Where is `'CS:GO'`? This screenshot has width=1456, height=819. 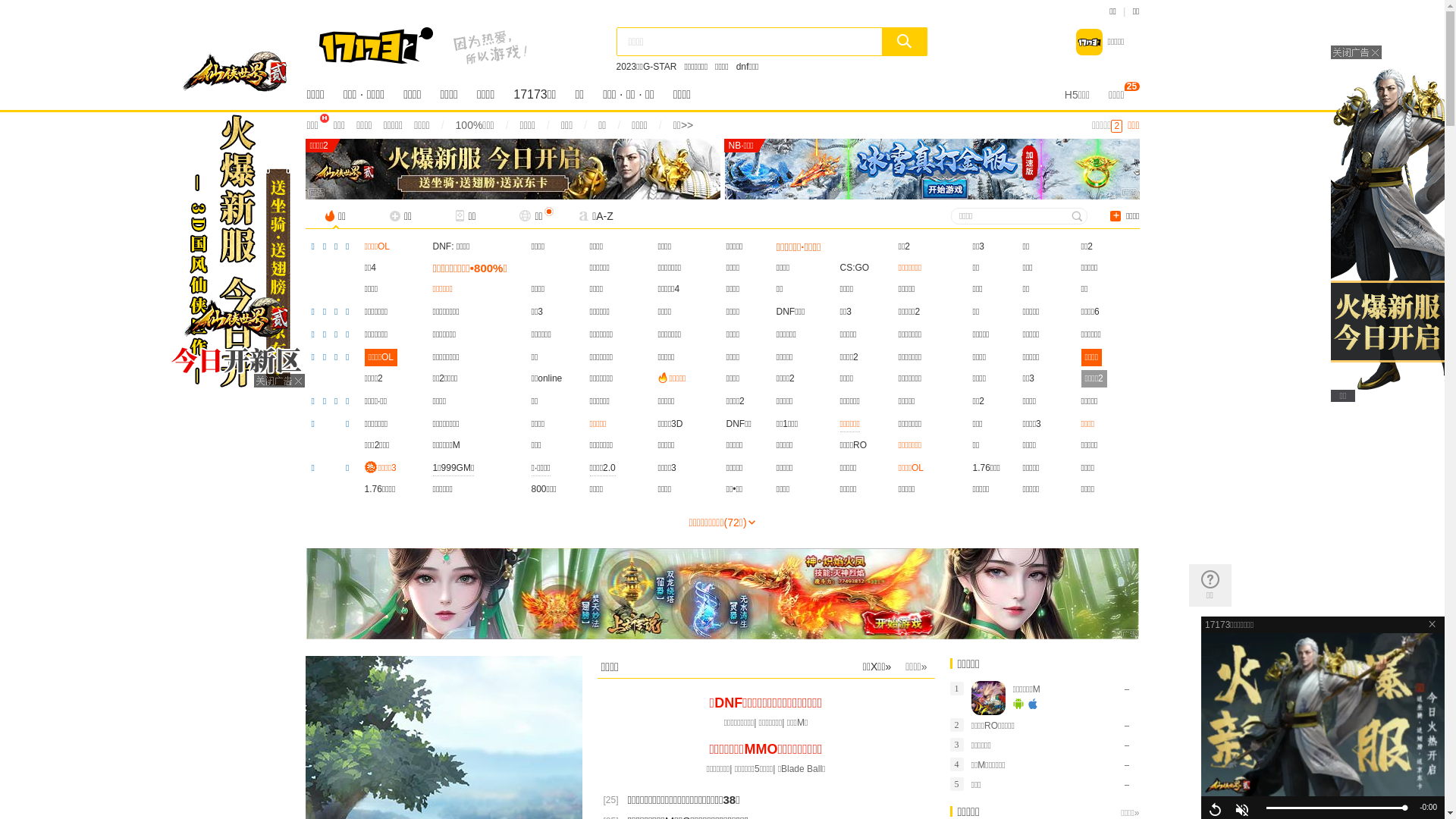 'CS:GO' is located at coordinates (855, 267).